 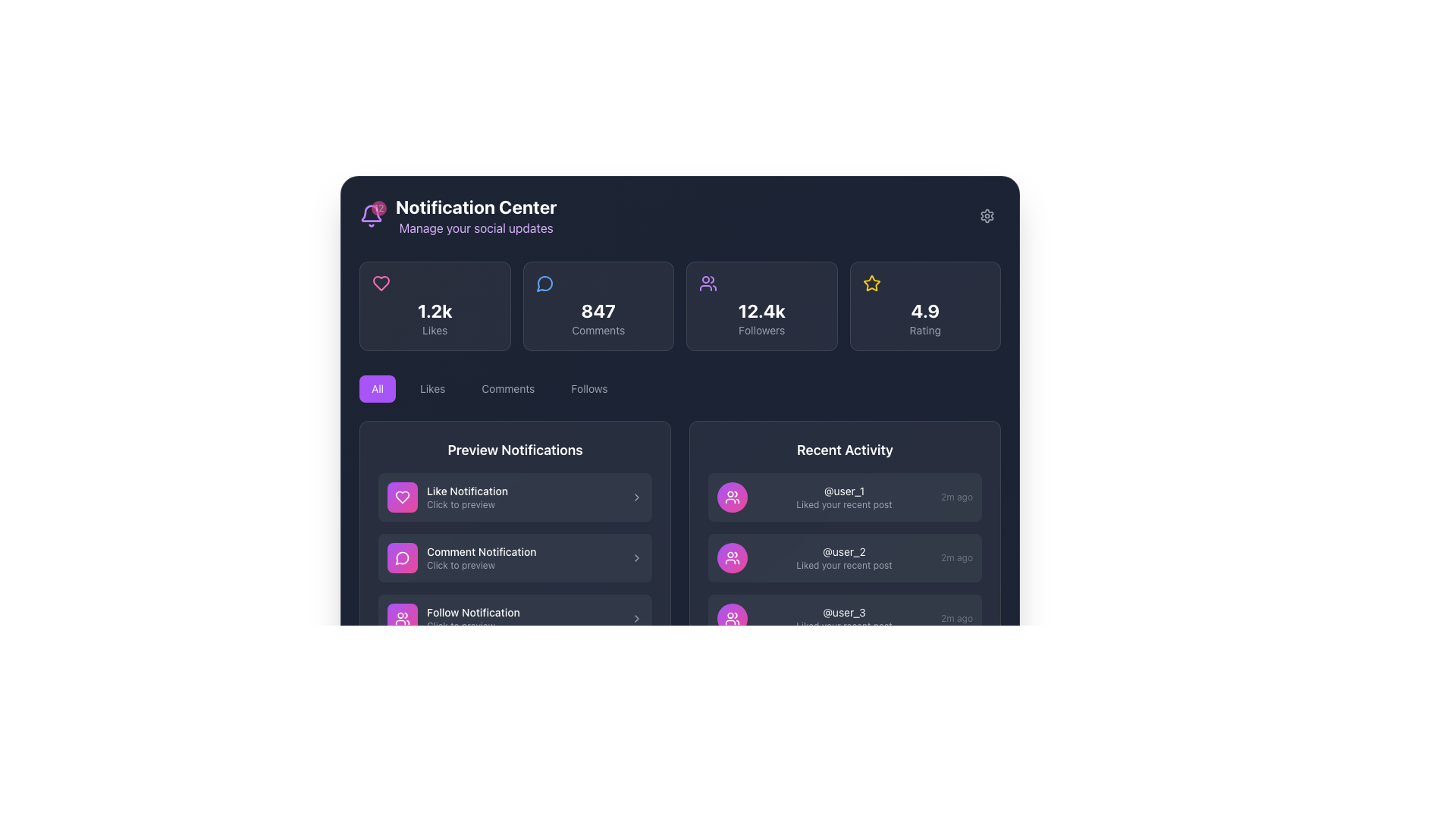 What do you see at coordinates (843, 565) in the screenshot?
I see `the text label that reads 'Liked your recent post' in the Recent Activity section, located in the rightmost column, second entry in the list` at bounding box center [843, 565].